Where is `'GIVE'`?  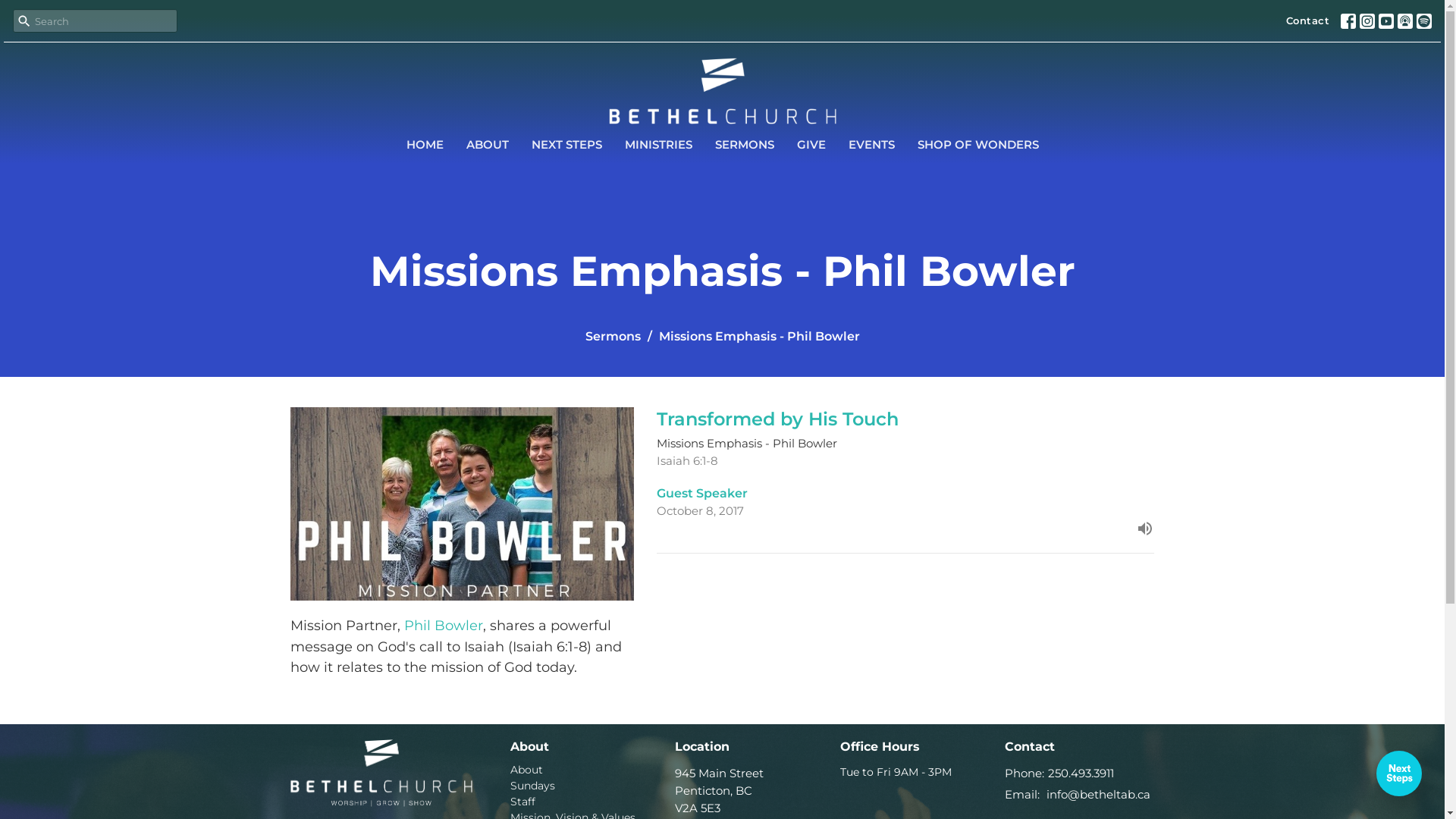
'GIVE' is located at coordinates (810, 144).